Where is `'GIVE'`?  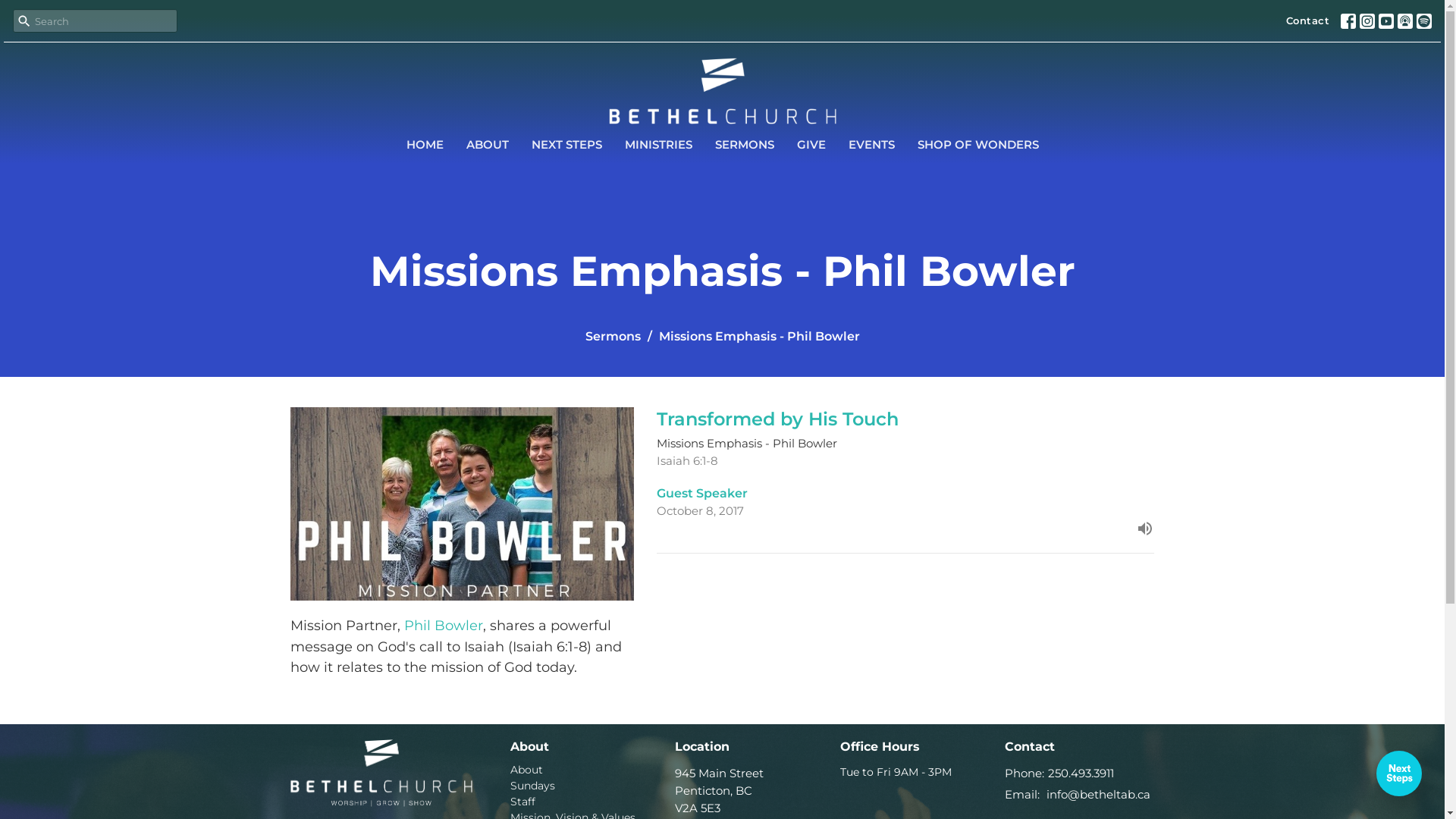
'GIVE' is located at coordinates (810, 144).